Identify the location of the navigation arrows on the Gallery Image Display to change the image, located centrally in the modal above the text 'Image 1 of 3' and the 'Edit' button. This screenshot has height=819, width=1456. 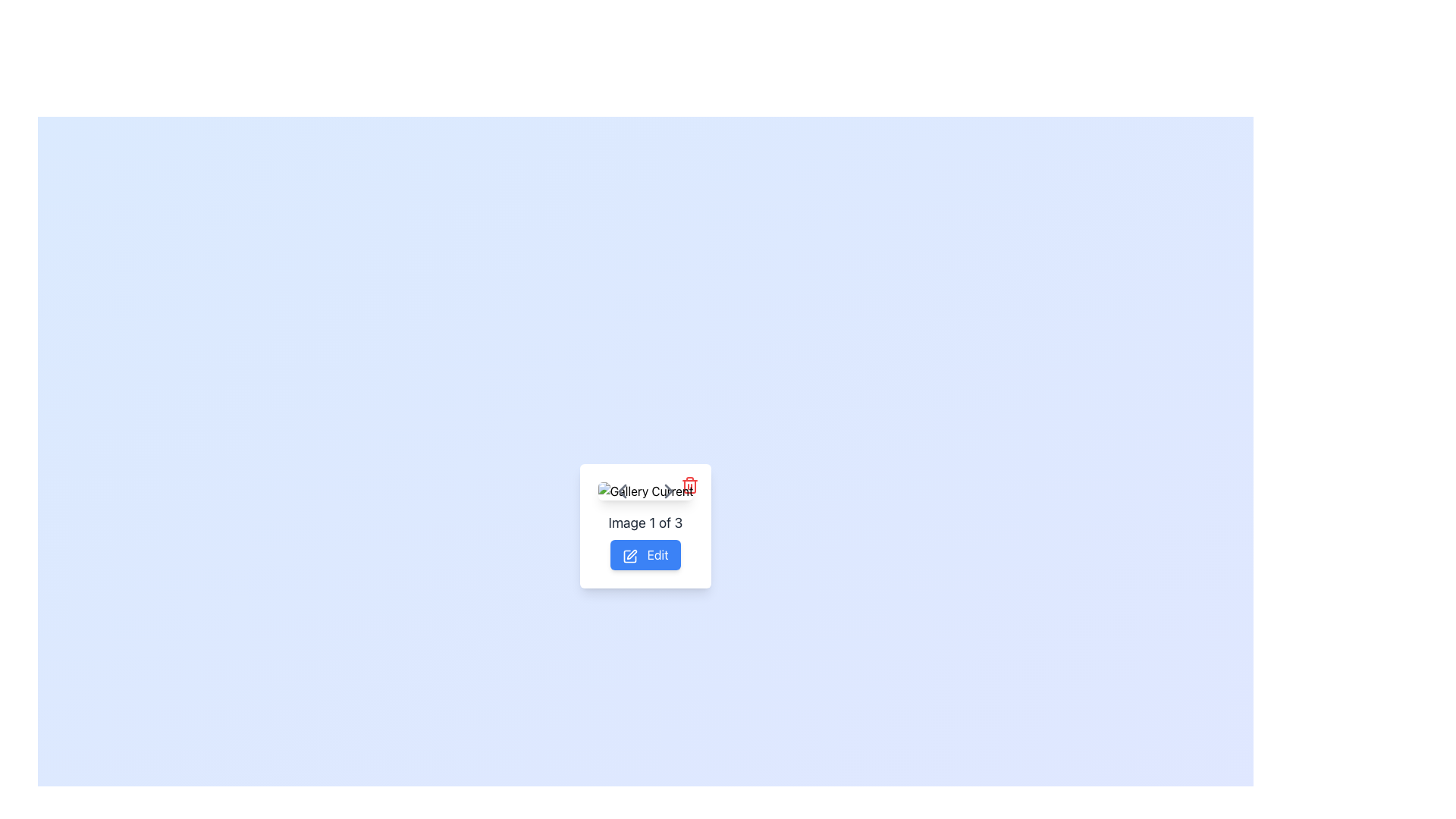
(645, 491).